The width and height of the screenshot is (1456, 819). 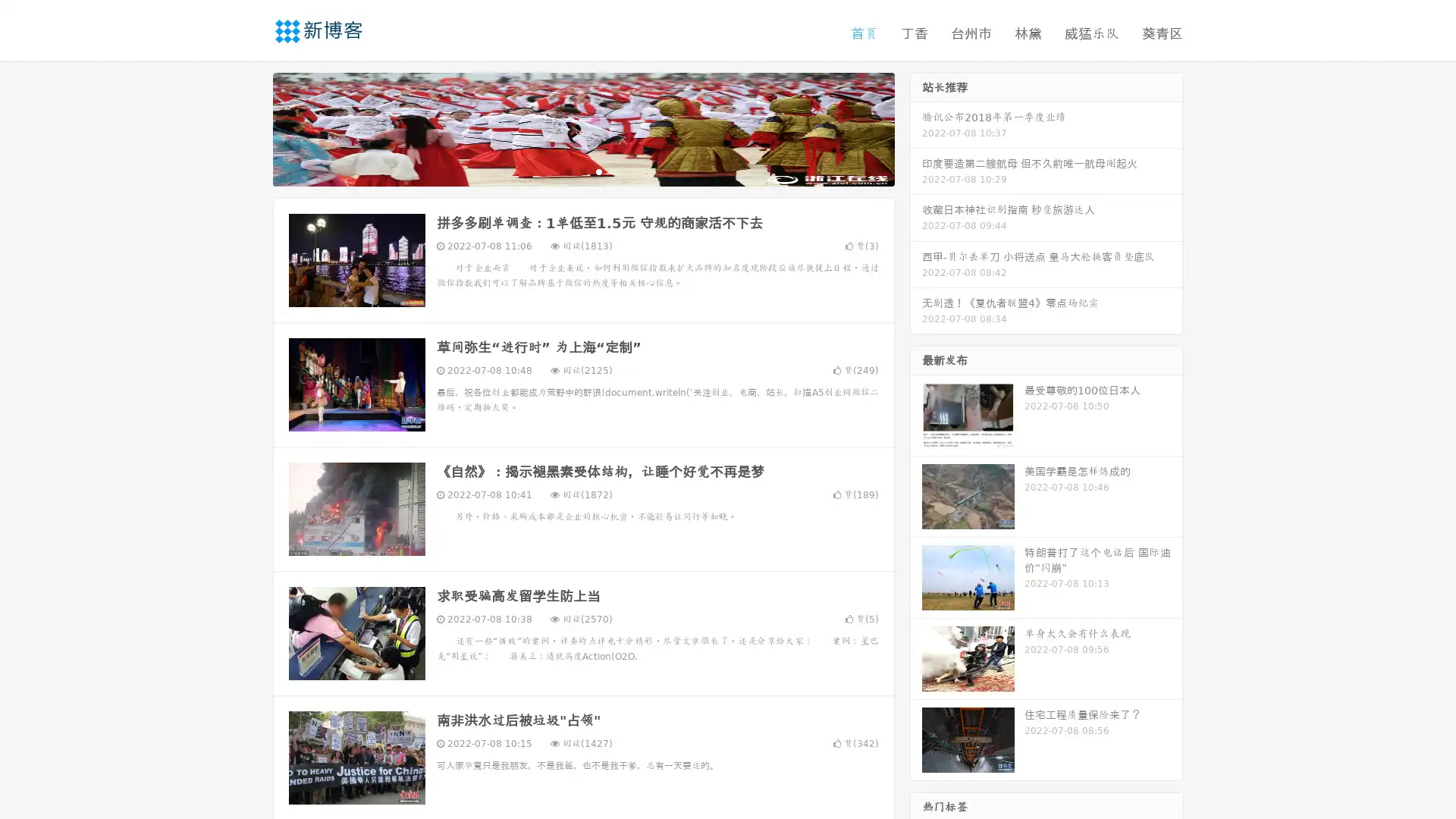 I want to click on Go to slide 1, so click(x=567, y=171).